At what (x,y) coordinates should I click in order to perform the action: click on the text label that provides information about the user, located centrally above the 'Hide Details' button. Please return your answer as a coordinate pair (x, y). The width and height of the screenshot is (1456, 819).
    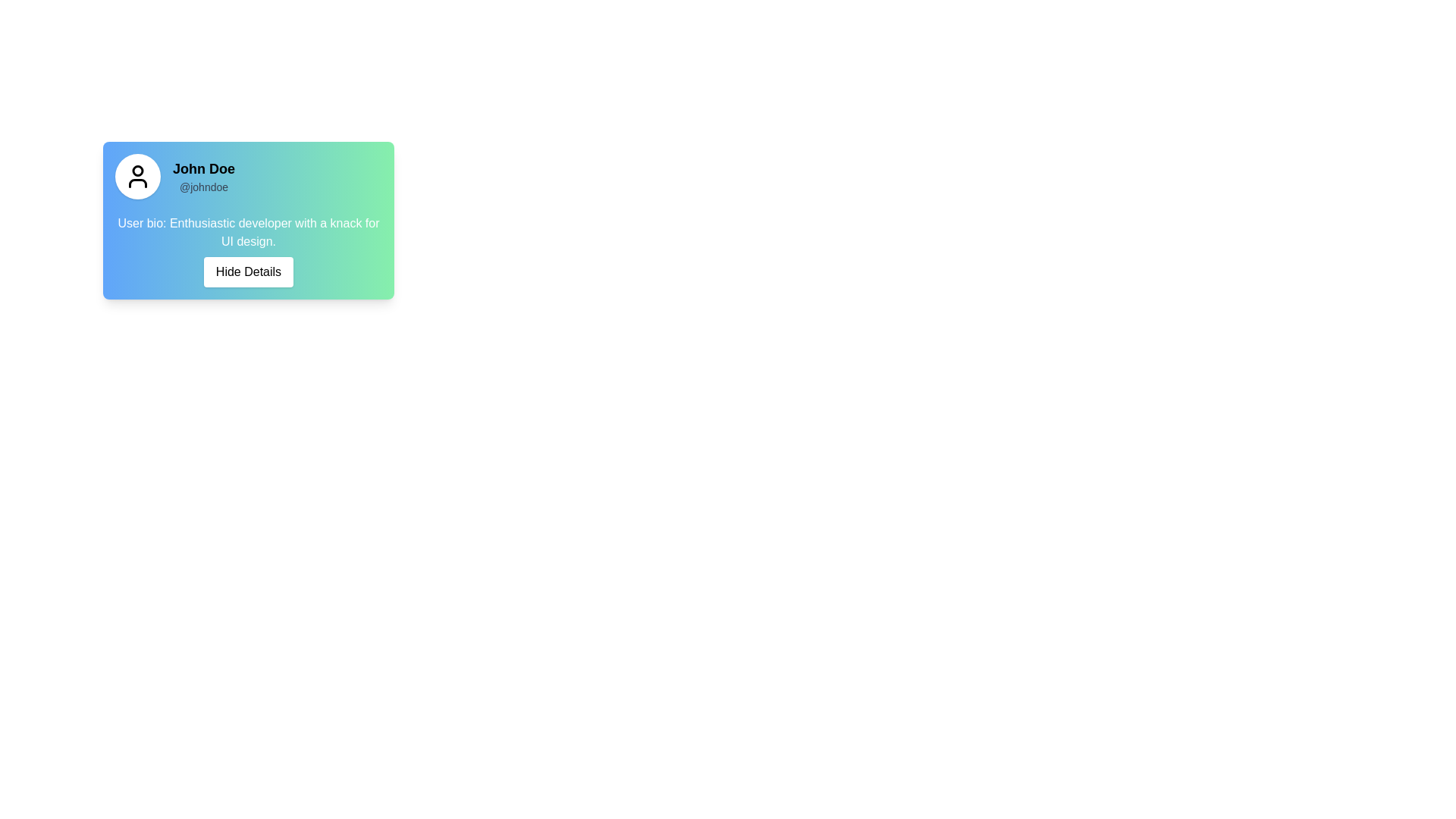
    Looking at the image, I should click on (248, 233).